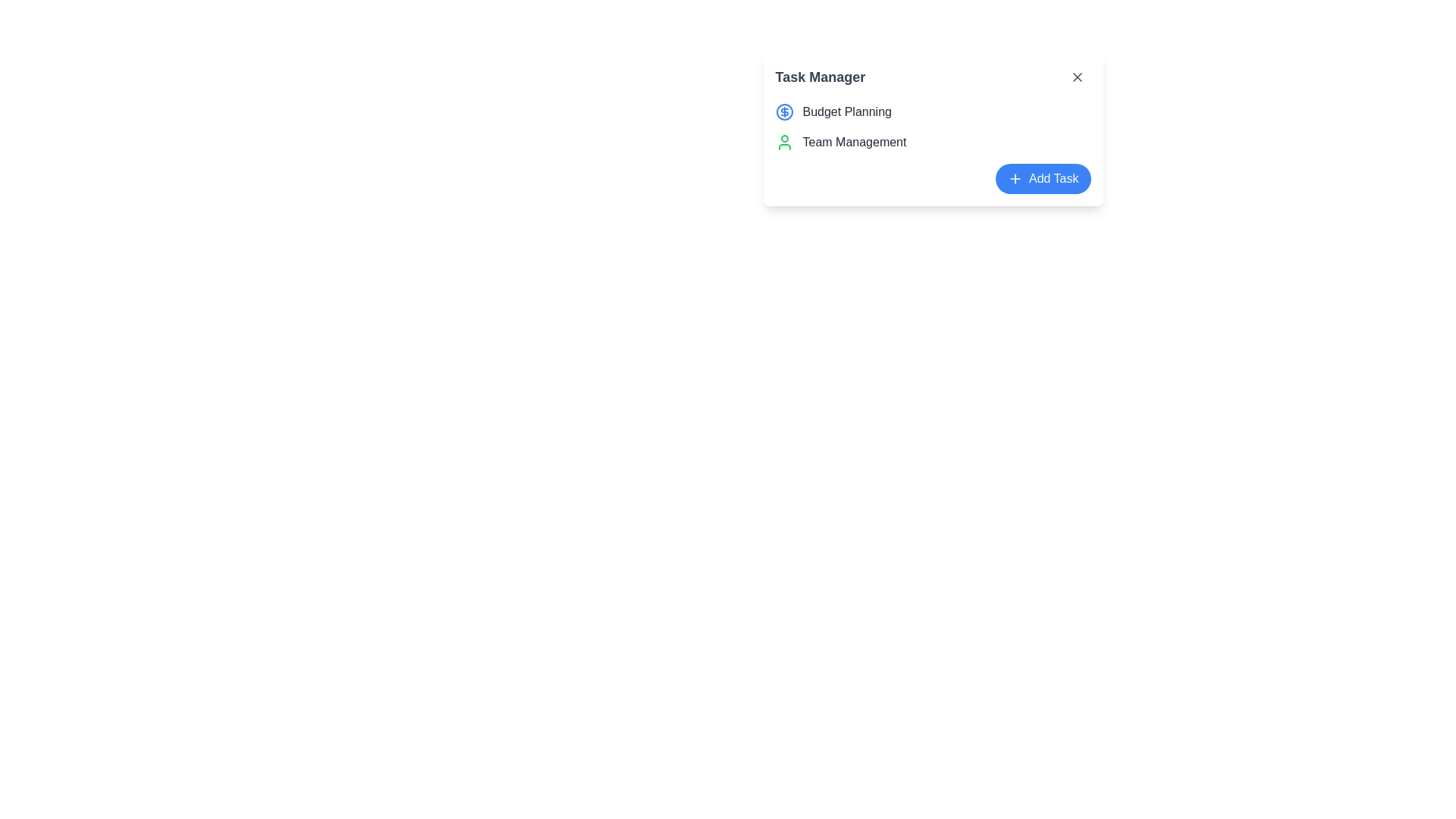  What do you see at coordinates (846, 111) in the screenshot?
I see `the Text Label displaying 'Budget Planning' which is styled with a medium font weight and gray color, located to the right of a dollar sign icon` at bounding box center [846, 111].